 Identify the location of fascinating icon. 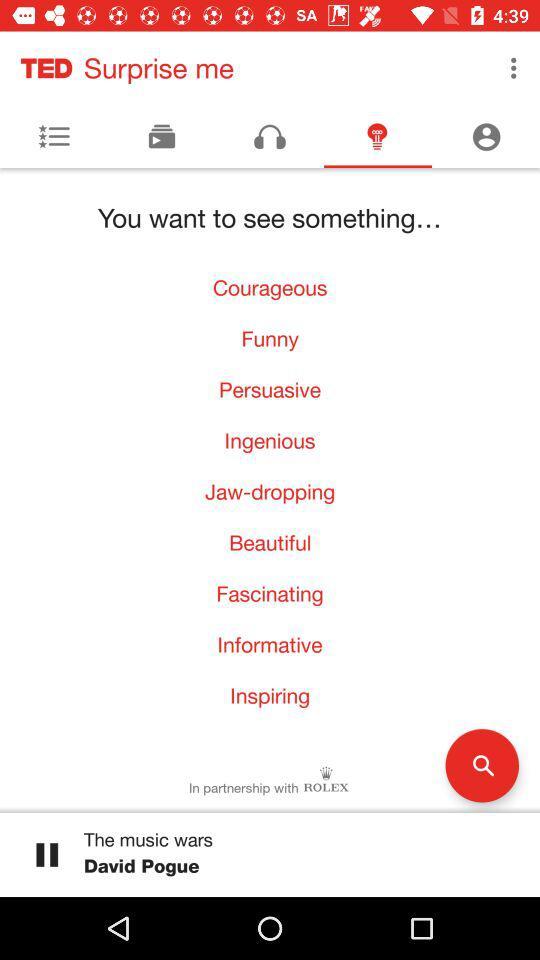
(270, 593).